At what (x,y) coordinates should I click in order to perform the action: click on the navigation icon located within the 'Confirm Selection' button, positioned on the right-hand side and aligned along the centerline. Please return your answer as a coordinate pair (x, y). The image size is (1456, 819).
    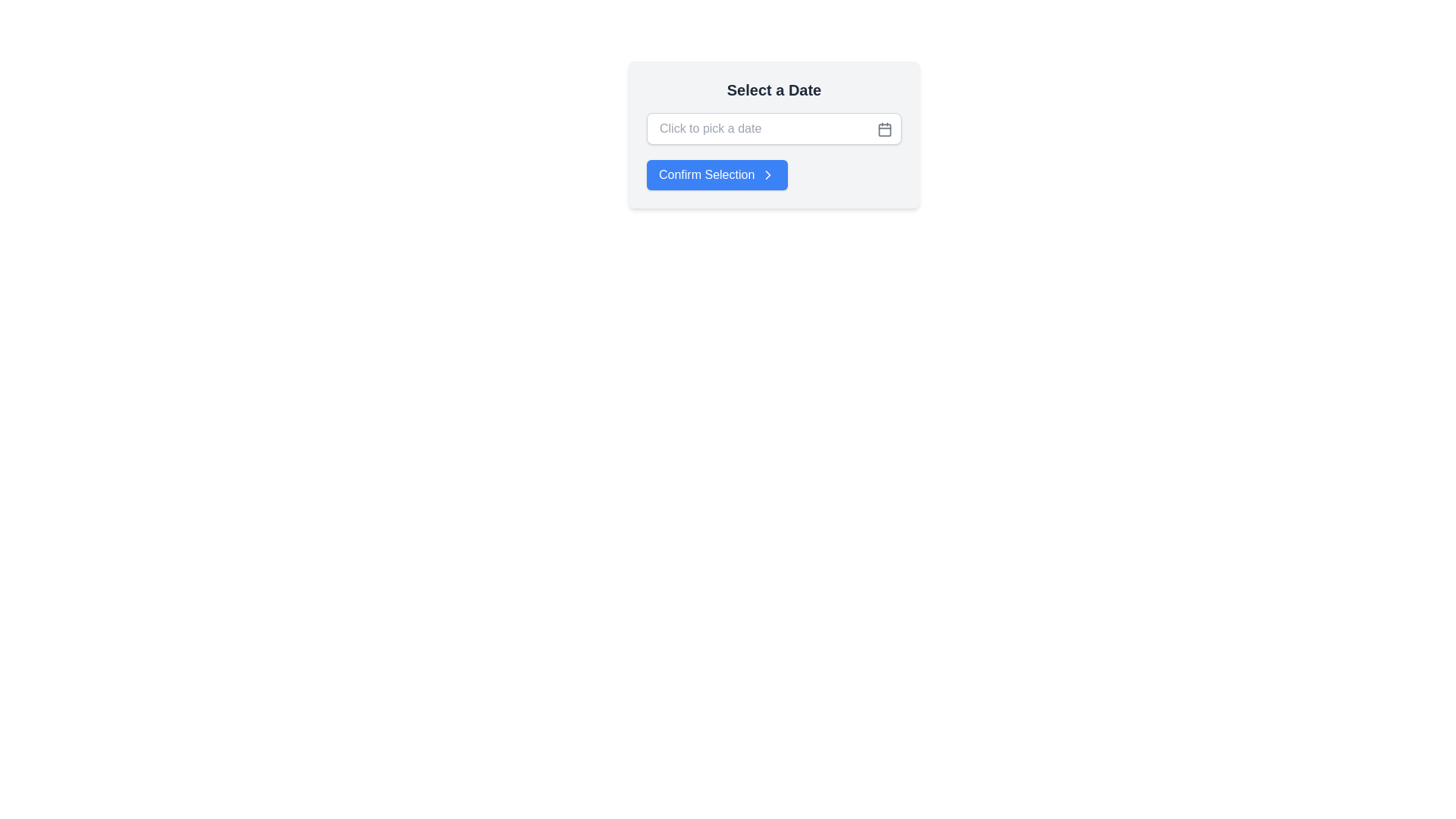
    Looking at the image, I should click on (768, 174).